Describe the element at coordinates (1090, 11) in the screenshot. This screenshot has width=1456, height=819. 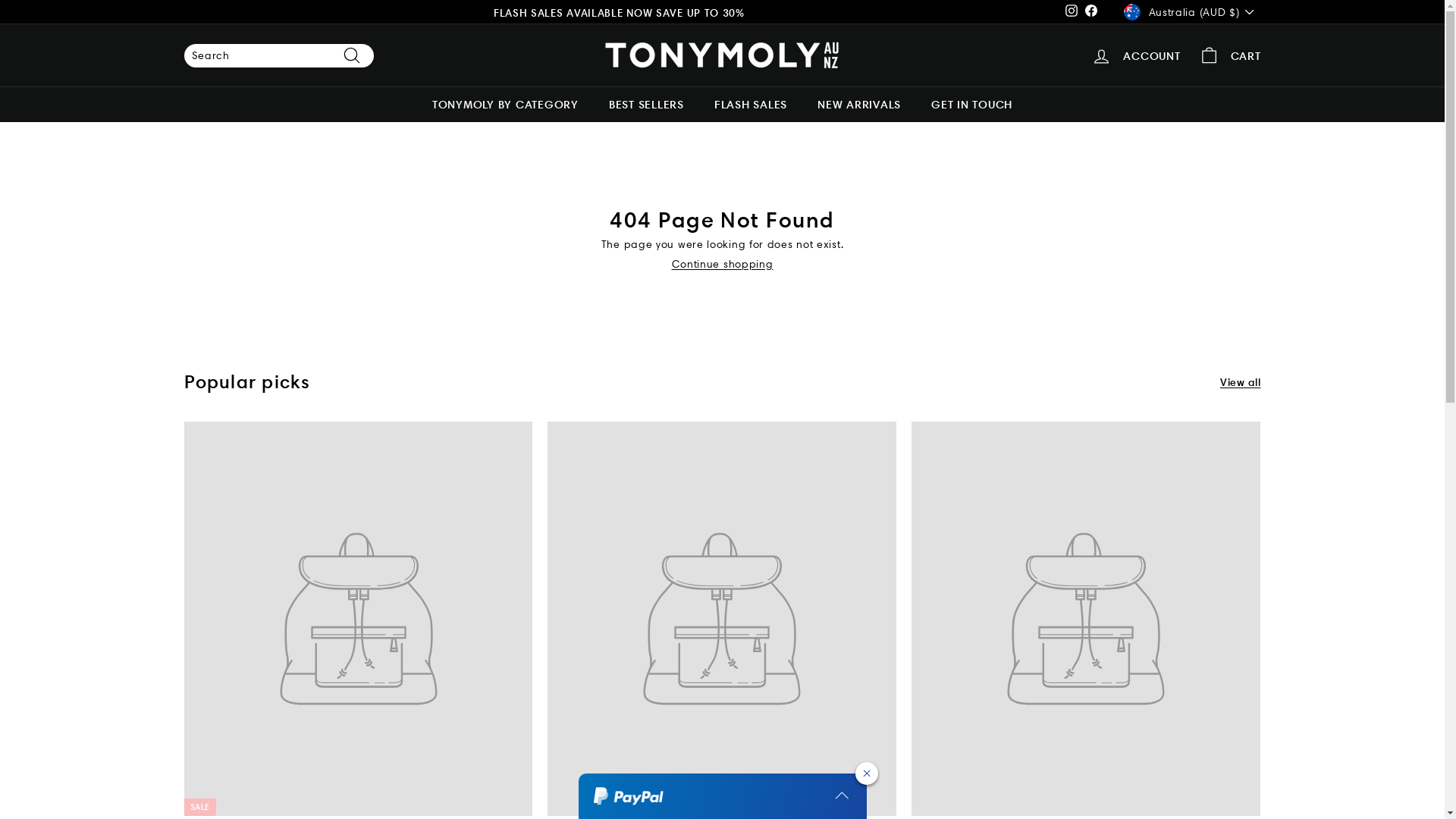
I see `'Facebook'` at that location.